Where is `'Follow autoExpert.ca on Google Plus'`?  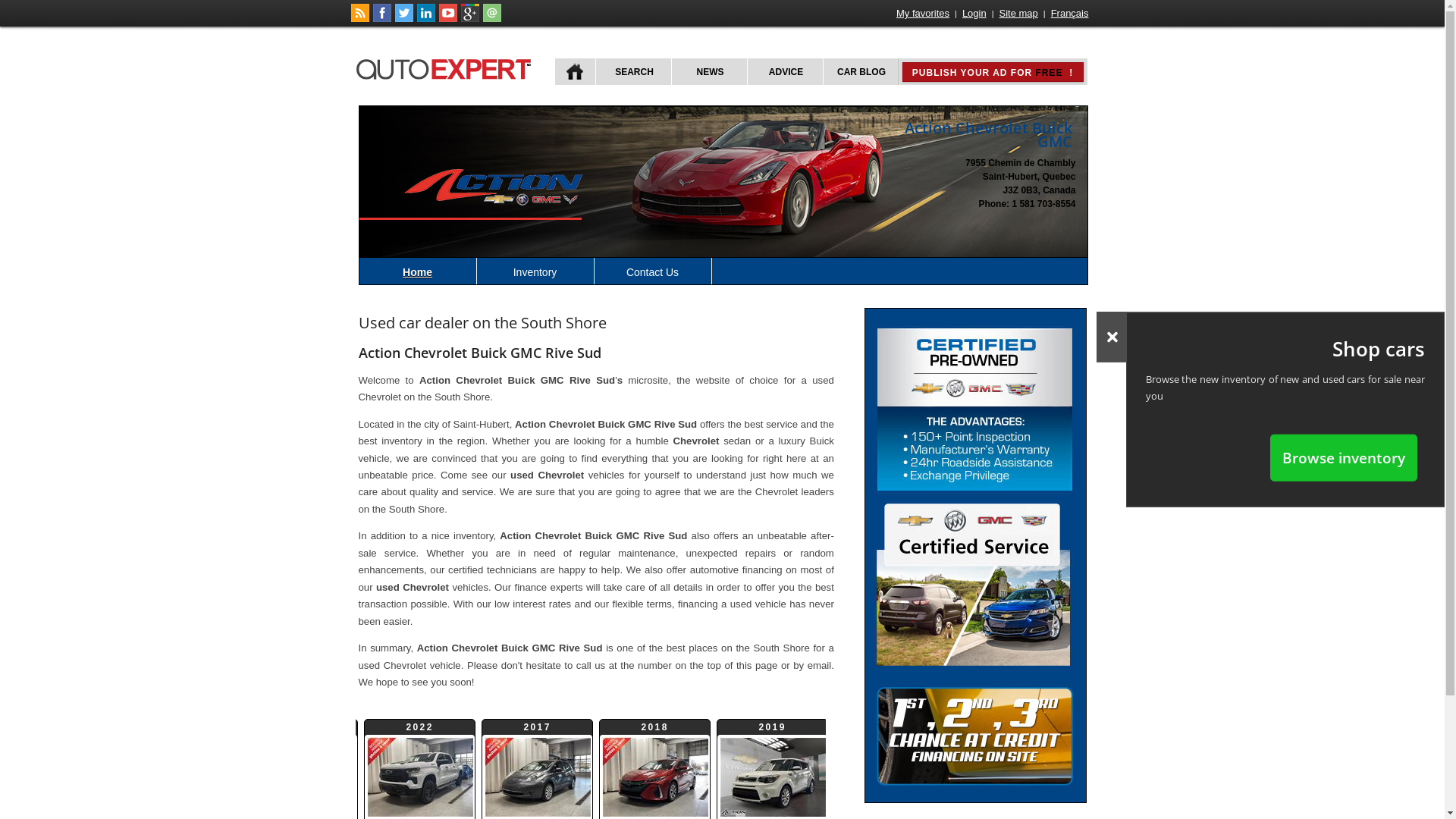 'Follow autoExpert.ca on Google Plus' is located at coordinates (469, 18).